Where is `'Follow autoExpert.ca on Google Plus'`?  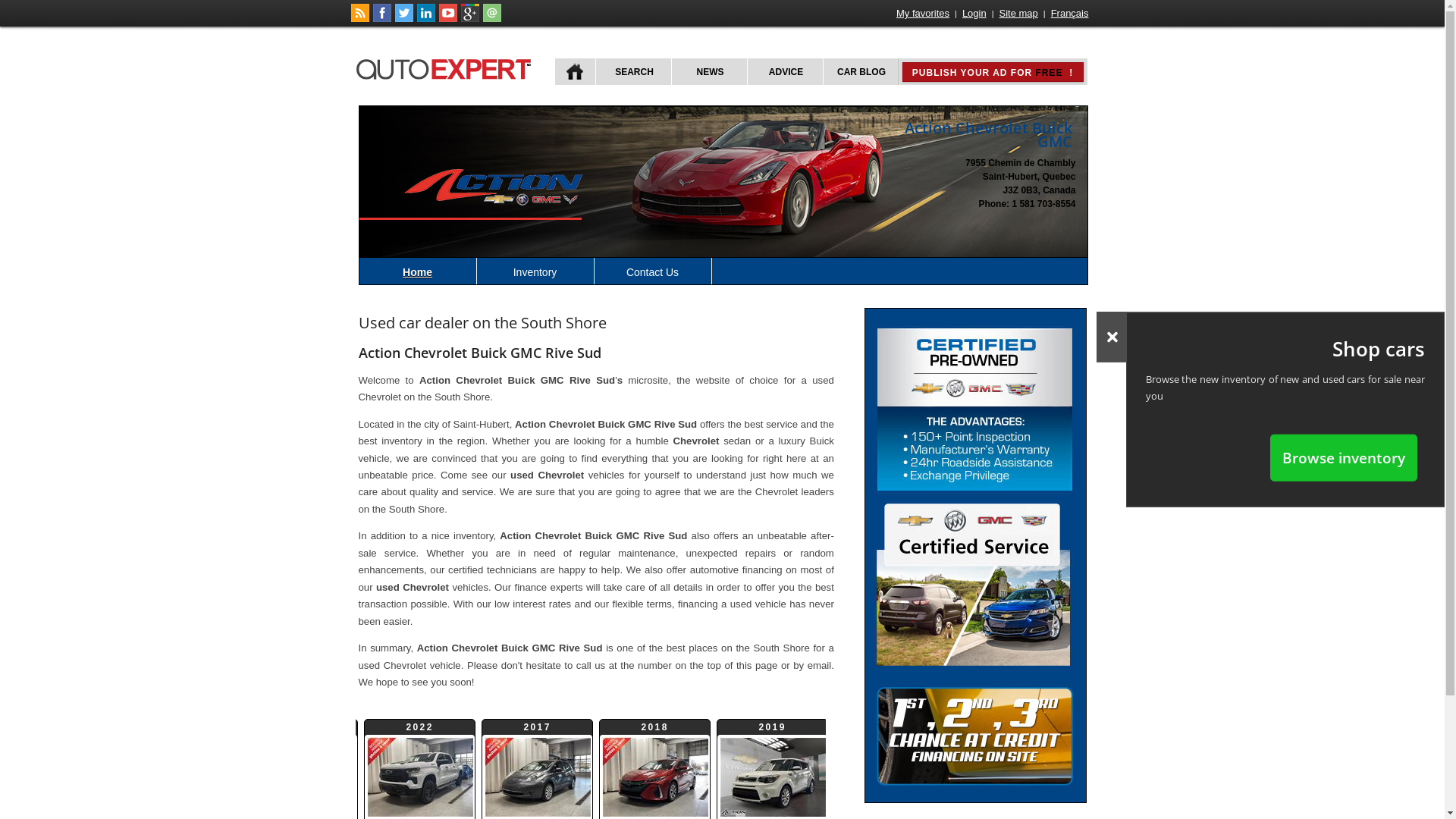 'Follow autoExpert.ca on Google Plus' is located at coordinates (469, 18).